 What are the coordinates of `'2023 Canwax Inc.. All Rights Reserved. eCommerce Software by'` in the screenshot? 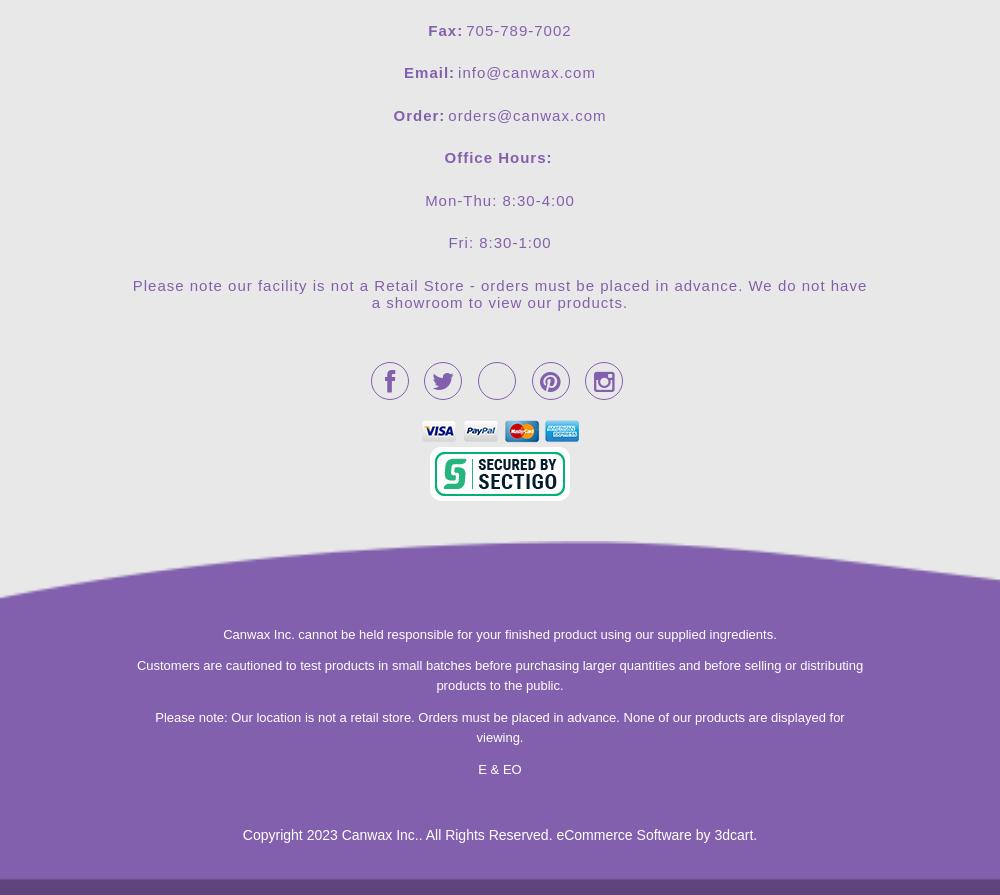 It's located at (510, 834).